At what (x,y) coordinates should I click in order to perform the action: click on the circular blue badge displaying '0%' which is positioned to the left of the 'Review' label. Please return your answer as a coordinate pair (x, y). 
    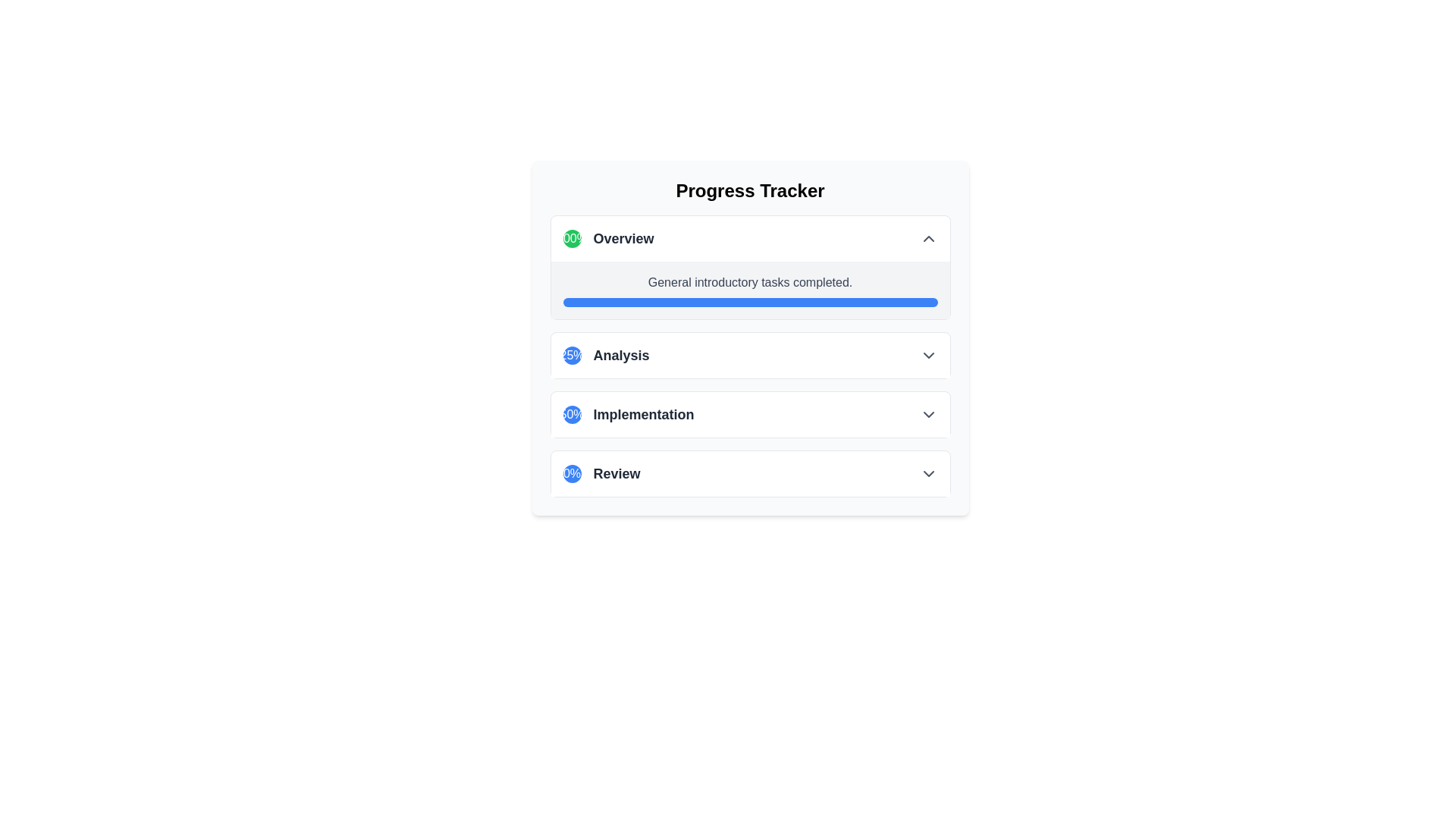
    Looking at the image, I should click on (571, 472).